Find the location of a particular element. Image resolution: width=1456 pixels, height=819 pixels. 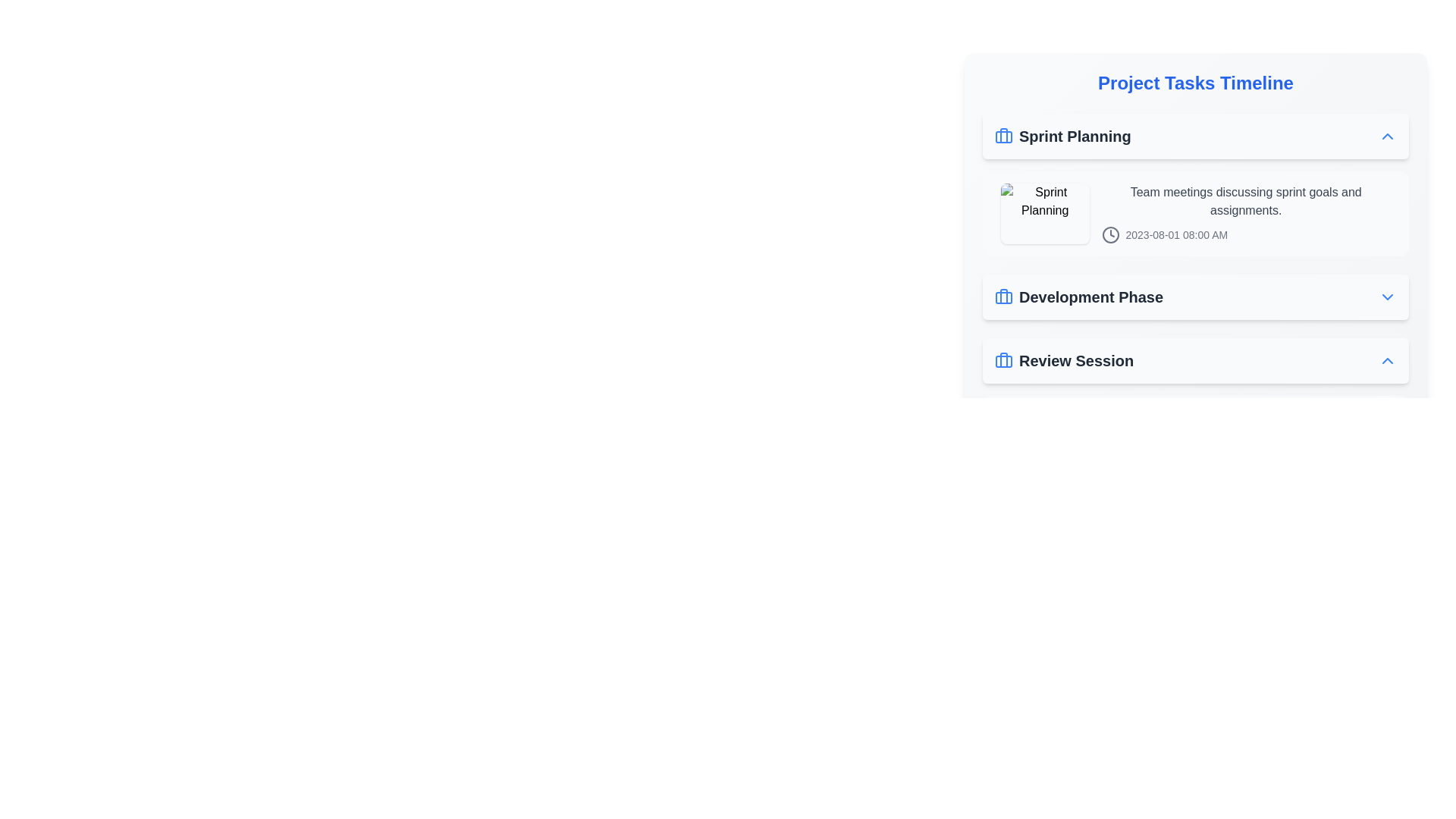

the image with 'alt' text 'Sprint Planning', which has rounded corners and a shadow effect, located at the top-left corner of the Sprint Planning section is located at coordinates (1044, 213).